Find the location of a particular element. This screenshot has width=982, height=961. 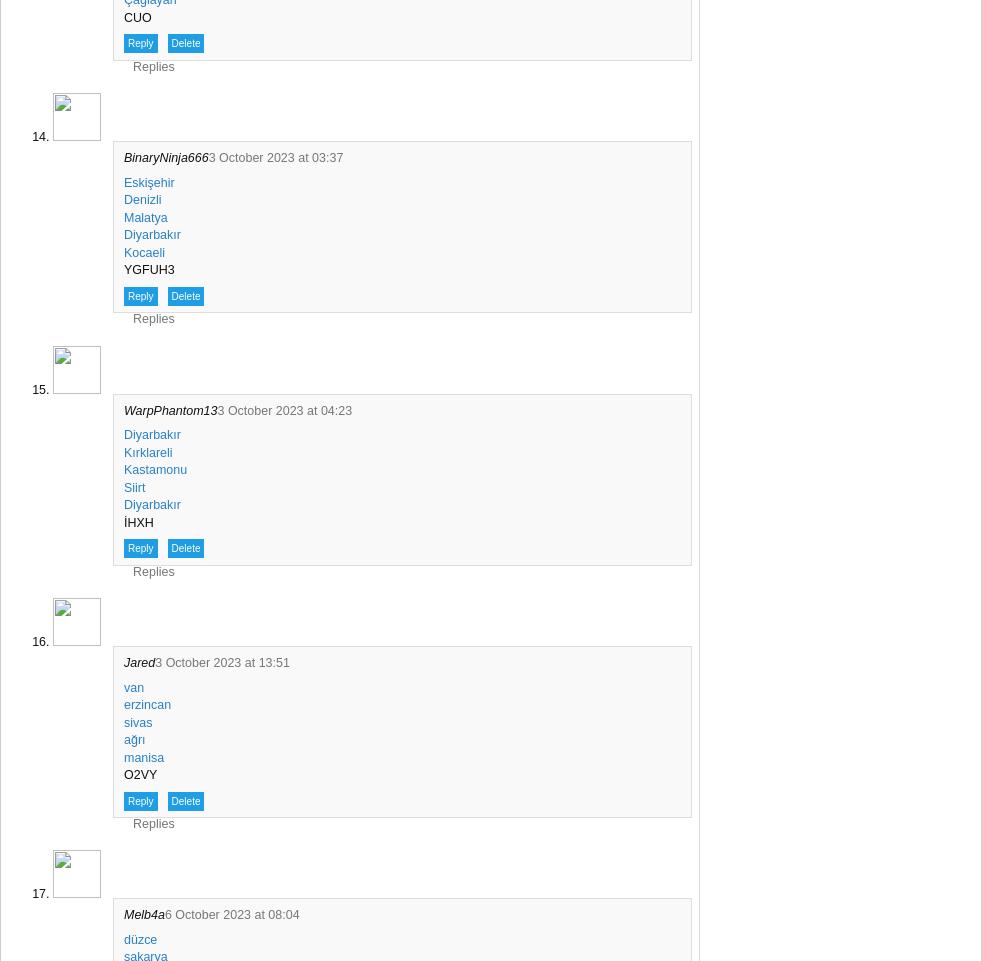

'YGFUH3' is located at coordinates (147, 270).